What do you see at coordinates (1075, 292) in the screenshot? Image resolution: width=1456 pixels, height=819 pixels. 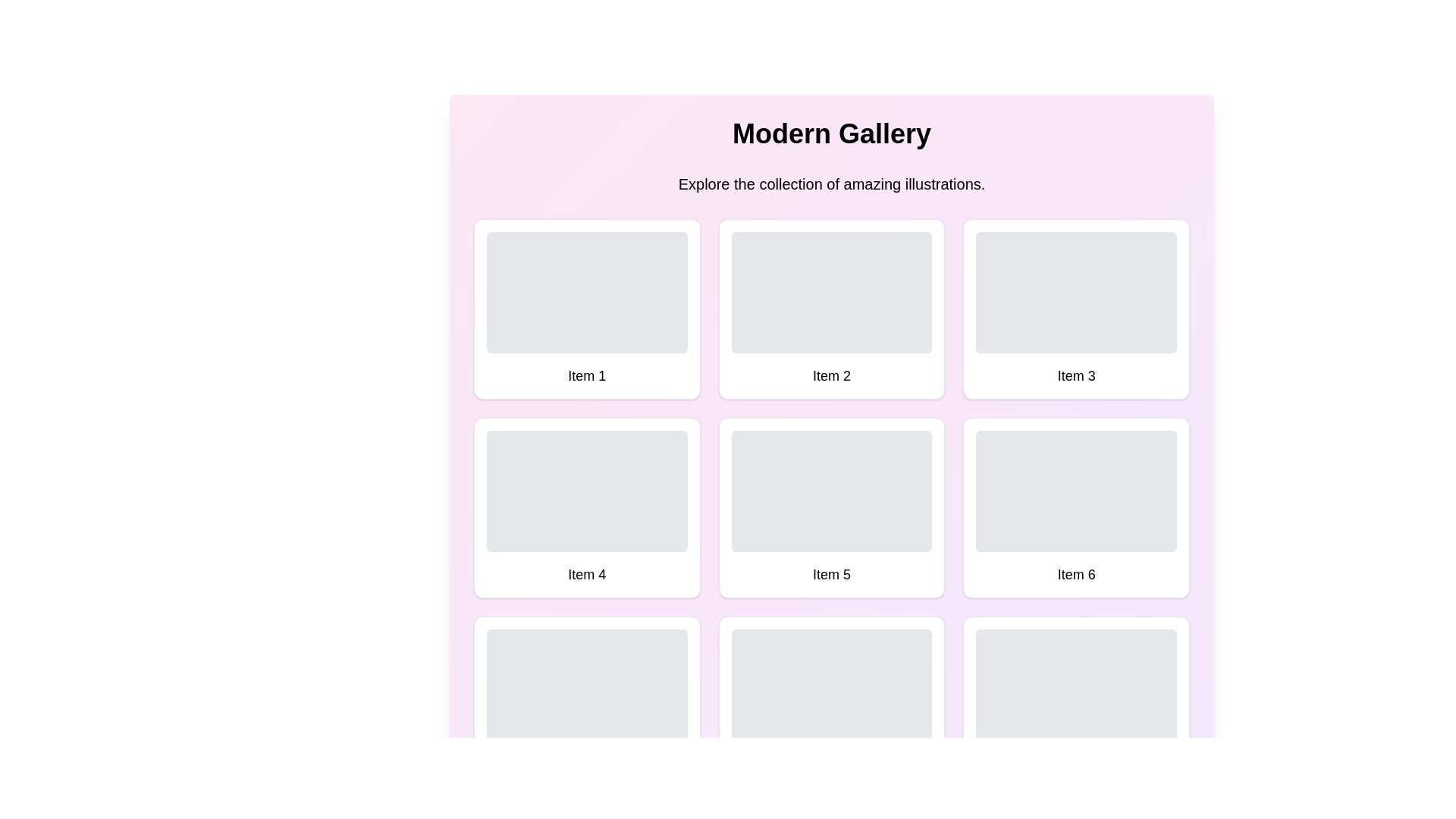 I see `the decorative placeholder located in 'Item 3' card, positioned at the rightmost end of the top row in the grid layout` at bounding box center [1075, 292].